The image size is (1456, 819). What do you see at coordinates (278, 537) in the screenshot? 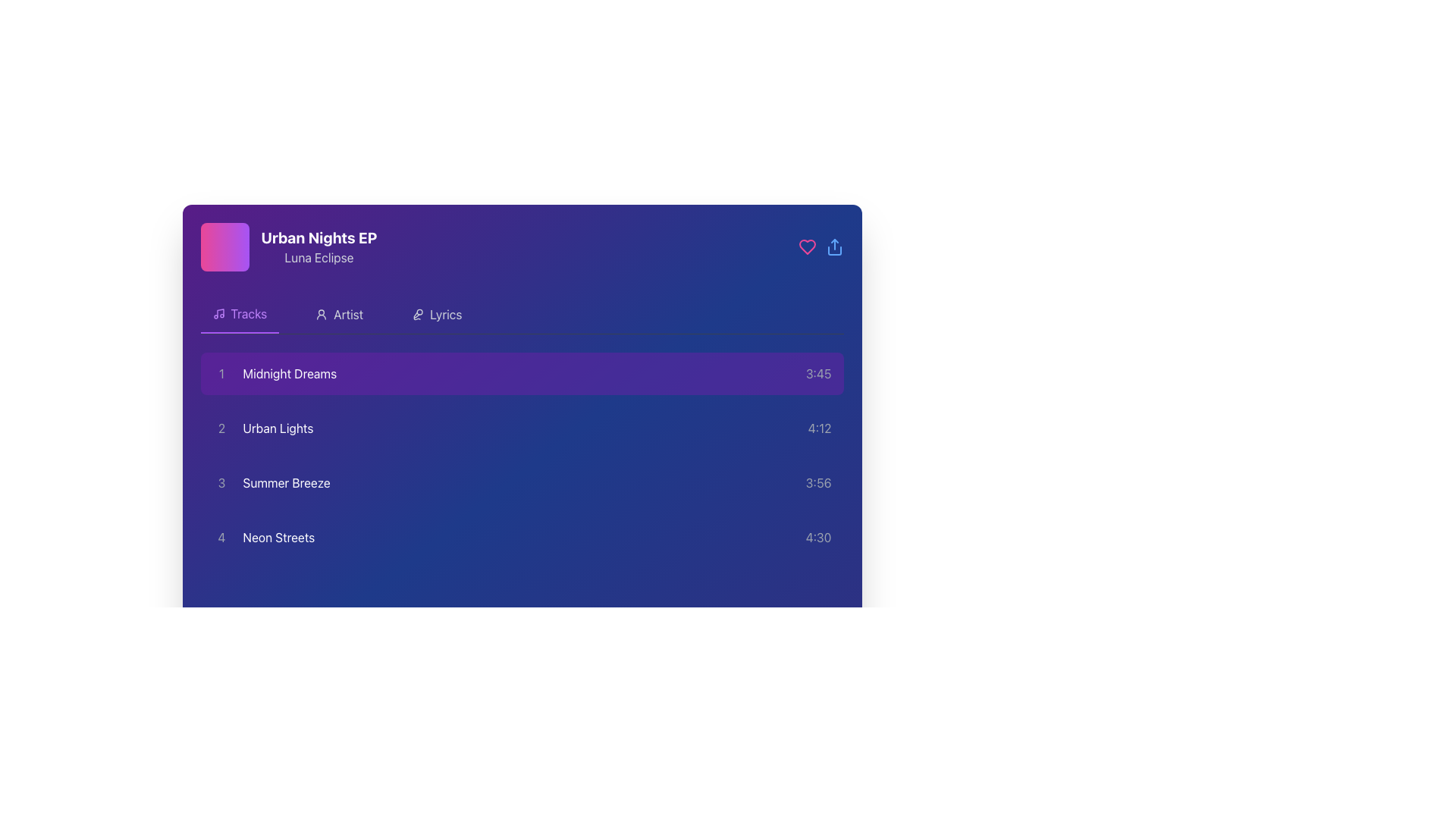
I see `the text label for the music track titled 'Neon Streets'` at bounding box center [278, 537].